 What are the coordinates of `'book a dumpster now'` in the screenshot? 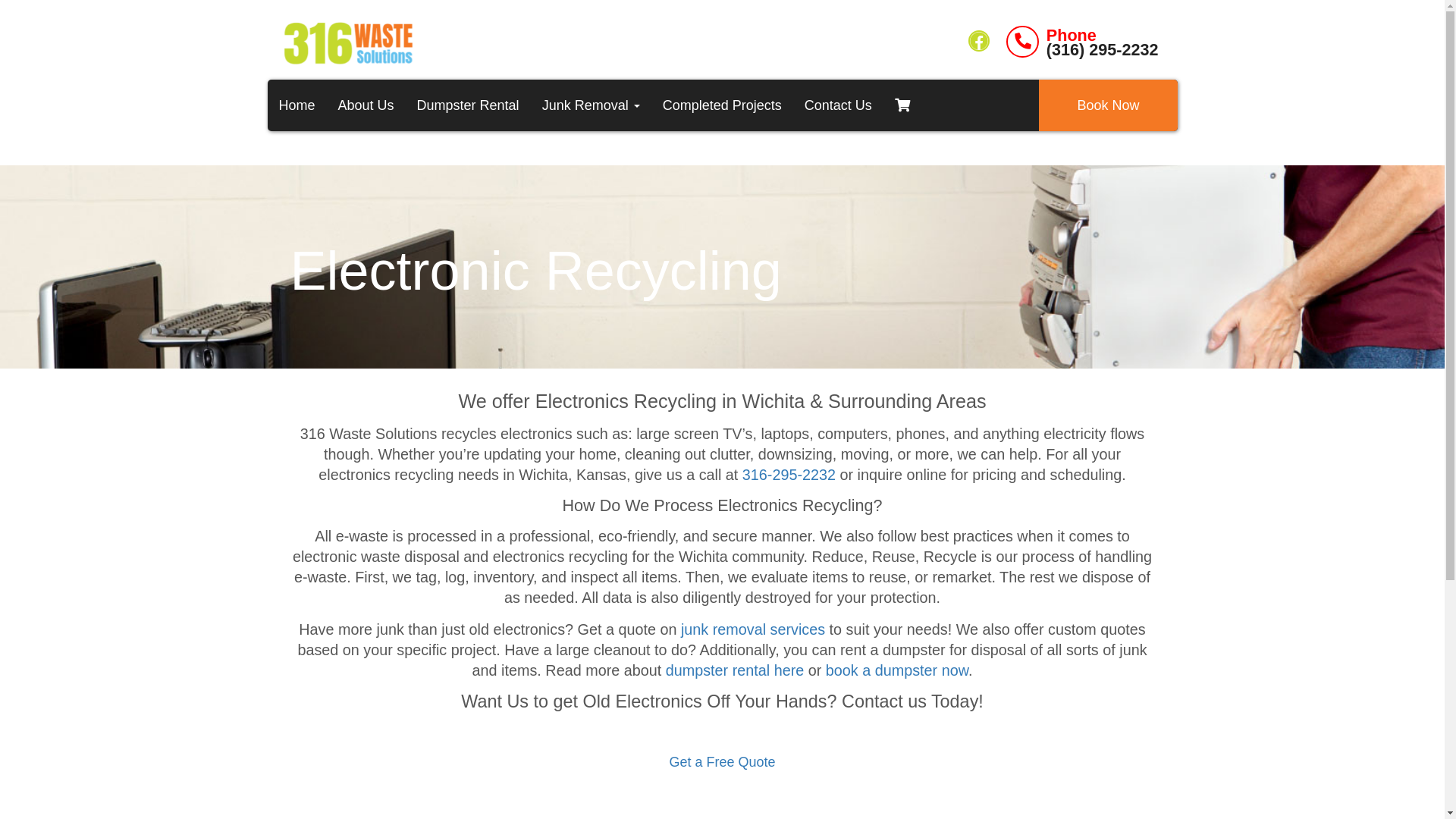 It's located at (896, 669).